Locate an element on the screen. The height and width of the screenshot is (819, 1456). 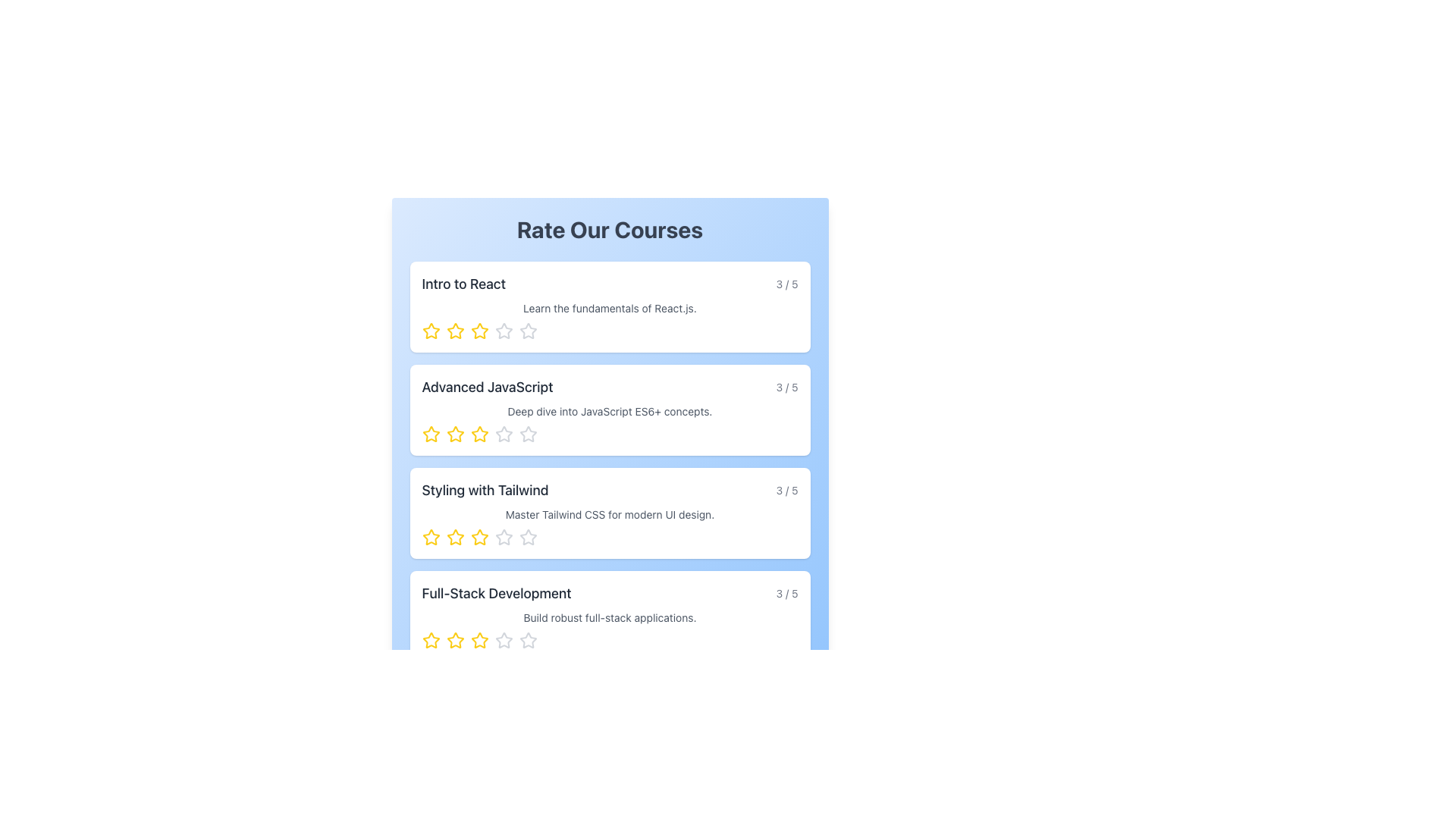
the third card component in the vertical list that provides information about the 'Styling with Tailwind' course is located at coordinates (610, 513).